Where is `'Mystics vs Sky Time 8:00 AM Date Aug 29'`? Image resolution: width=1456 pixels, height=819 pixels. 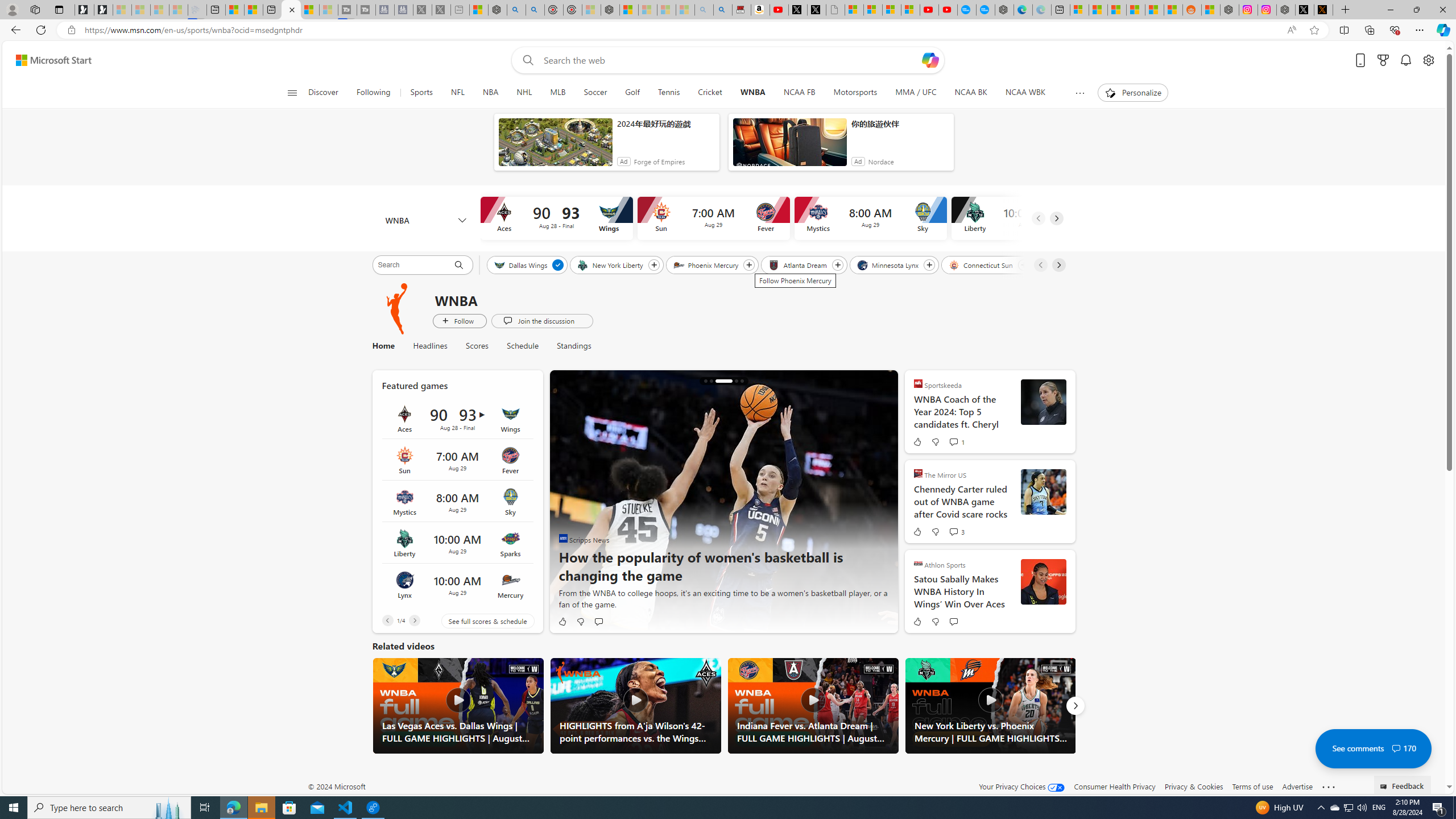
'Mystics vs Sky Time 8:00 AM Date Aug 29' is located at coordinates (457, 501).